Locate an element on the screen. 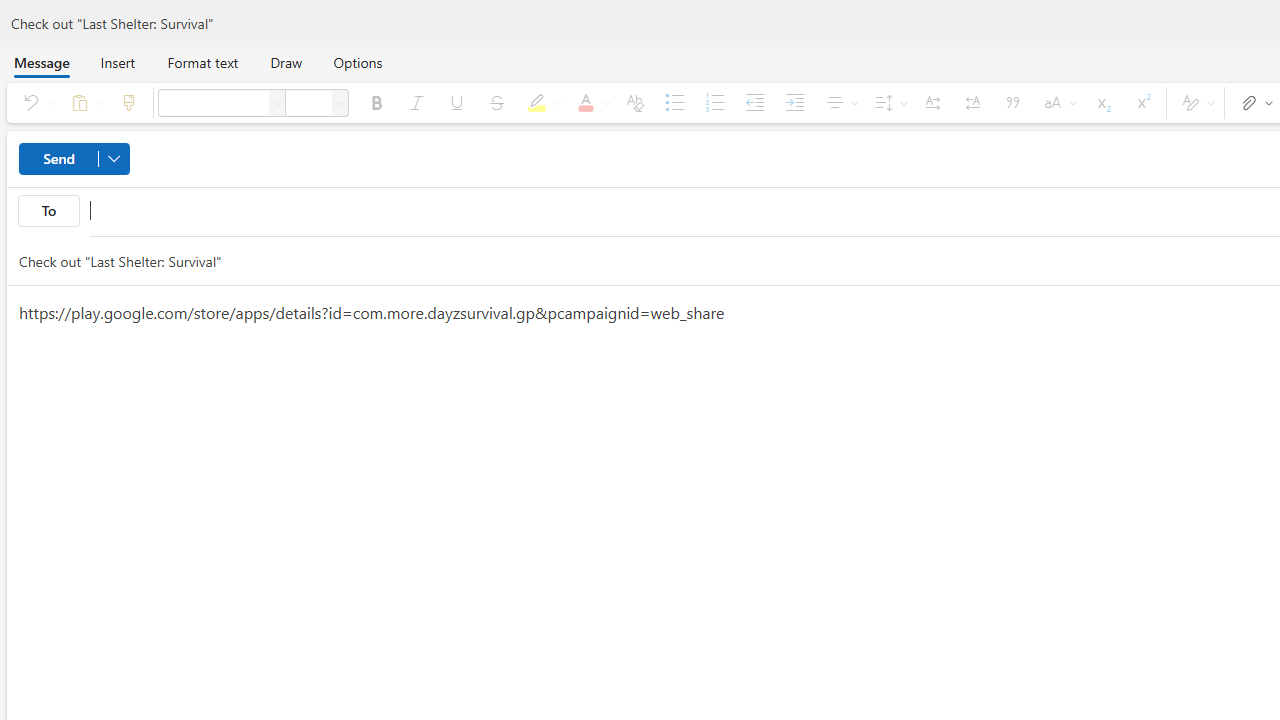 The image size is (1280, 720). 'Format painter' is located at coordinates (127, 102).